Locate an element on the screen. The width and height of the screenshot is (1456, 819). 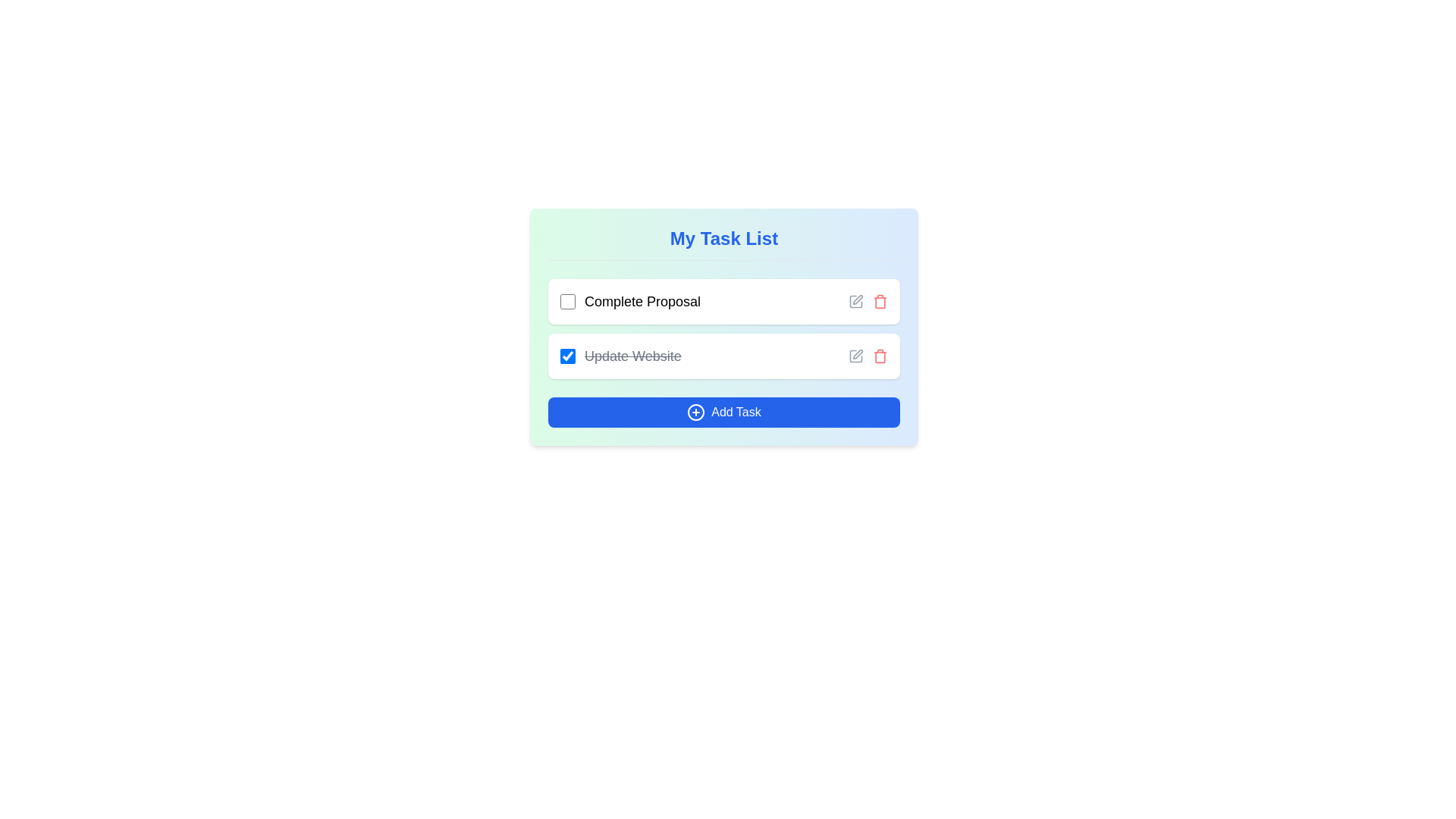
the static text label for the task titled 'Complete Proposal' located in the 'My Task List' section, positioned to the right of the checkbox is located at coordinates (642, 301).